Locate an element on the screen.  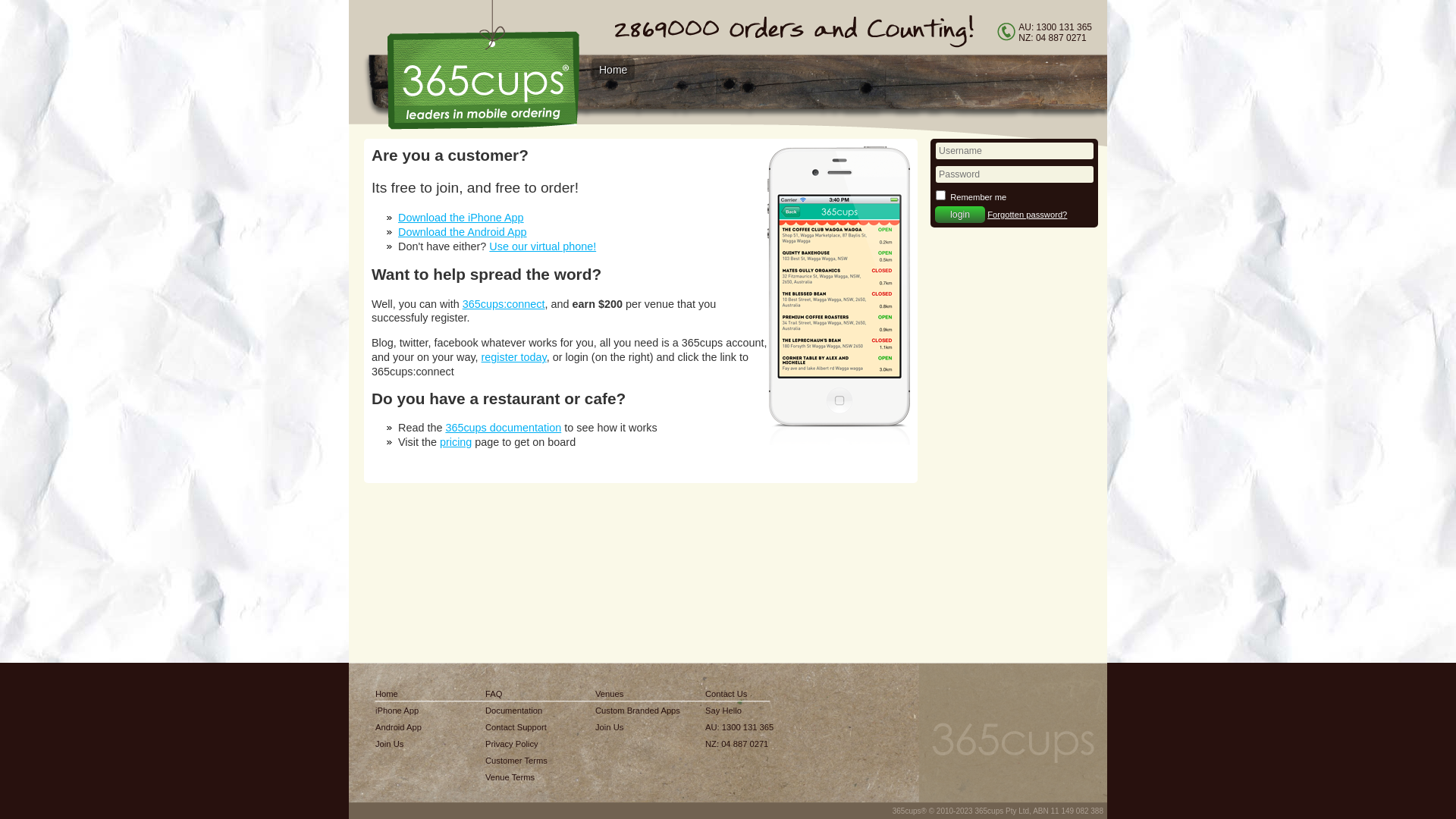
'Join Us' is located at coordinates (398, 742).